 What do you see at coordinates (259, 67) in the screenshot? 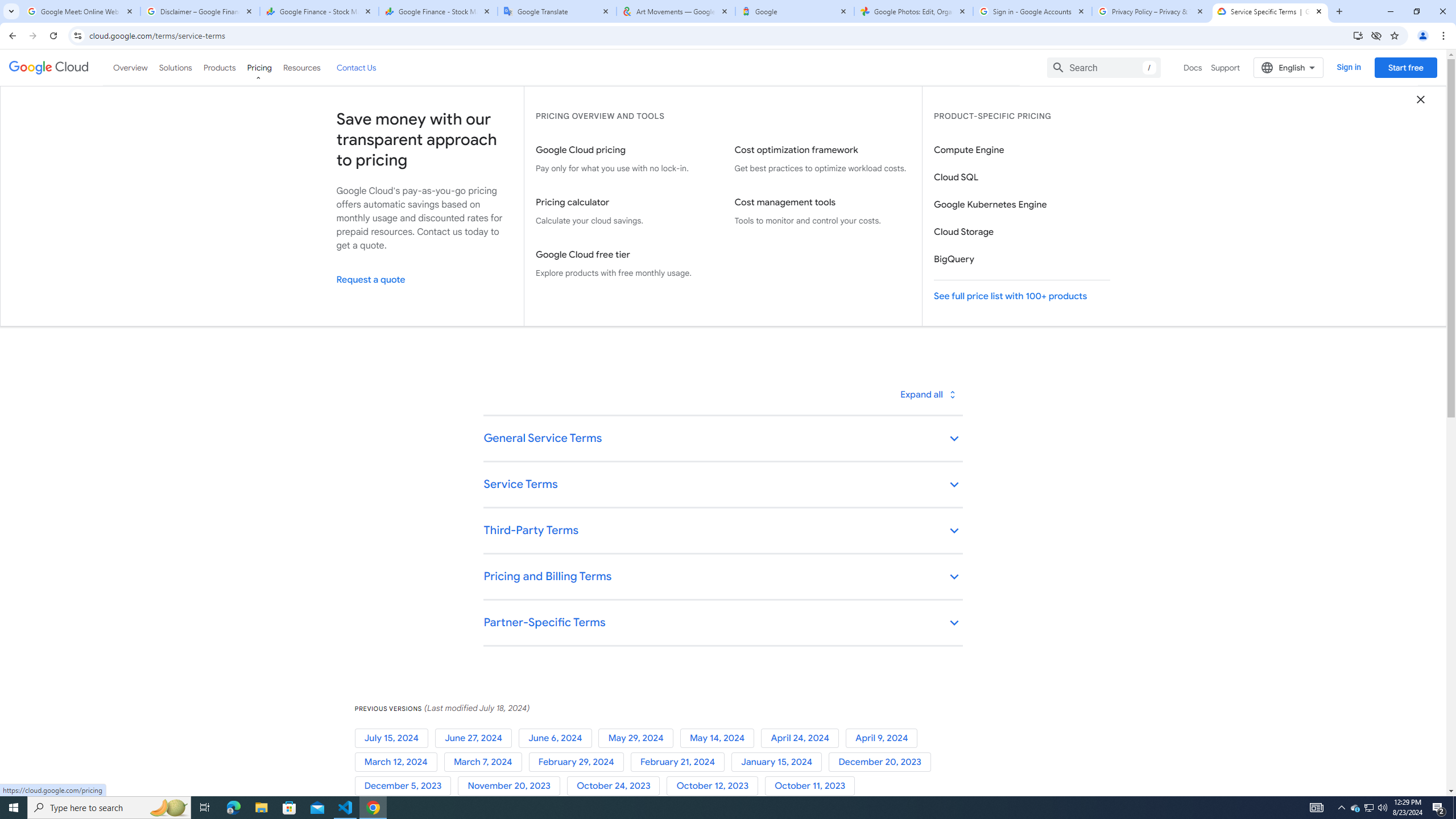
I see `'Pricing'` at bounding box center [259, 67].